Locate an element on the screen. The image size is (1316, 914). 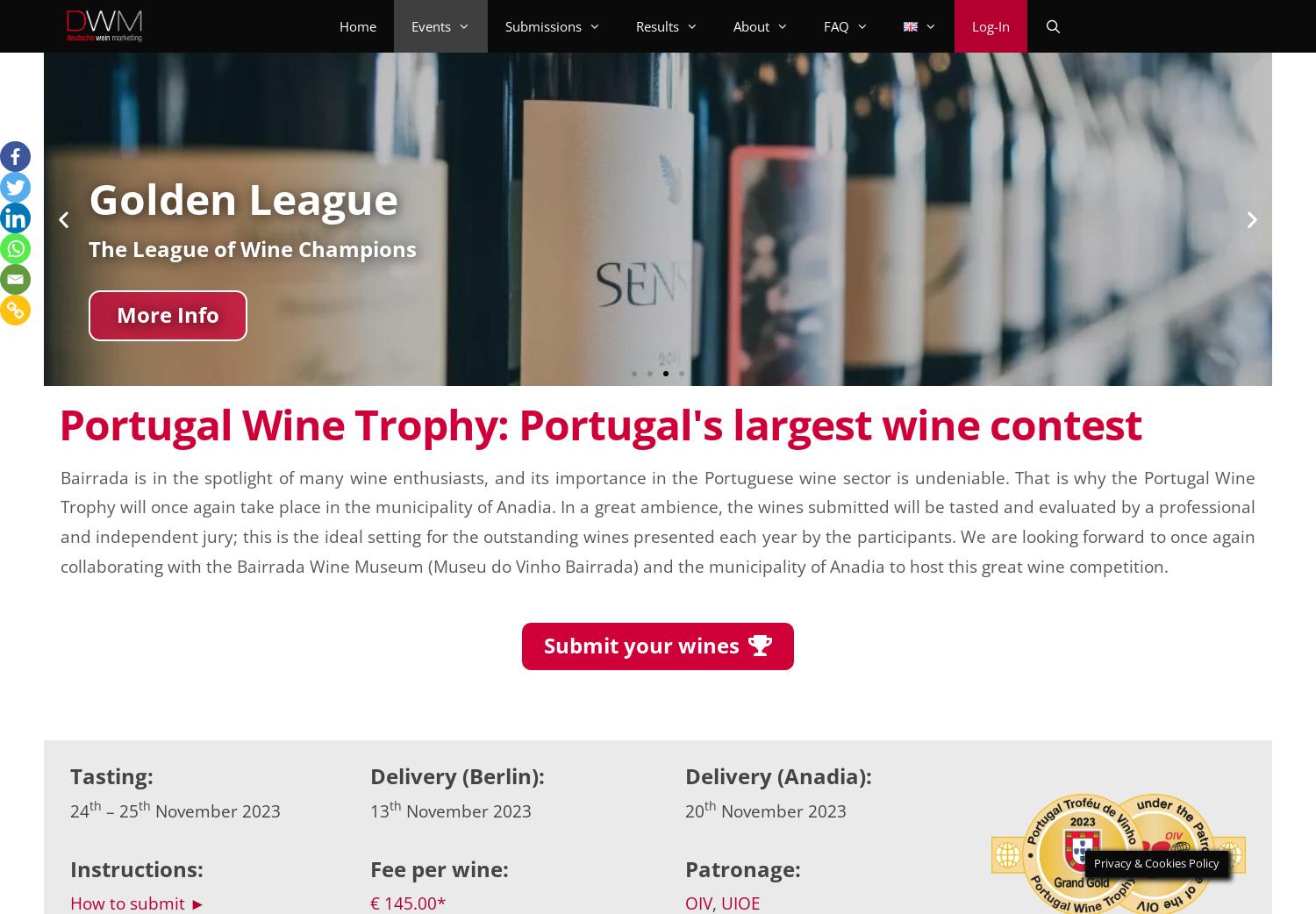
'Delivery (Berlin):' is located at coordinates (457, 775).